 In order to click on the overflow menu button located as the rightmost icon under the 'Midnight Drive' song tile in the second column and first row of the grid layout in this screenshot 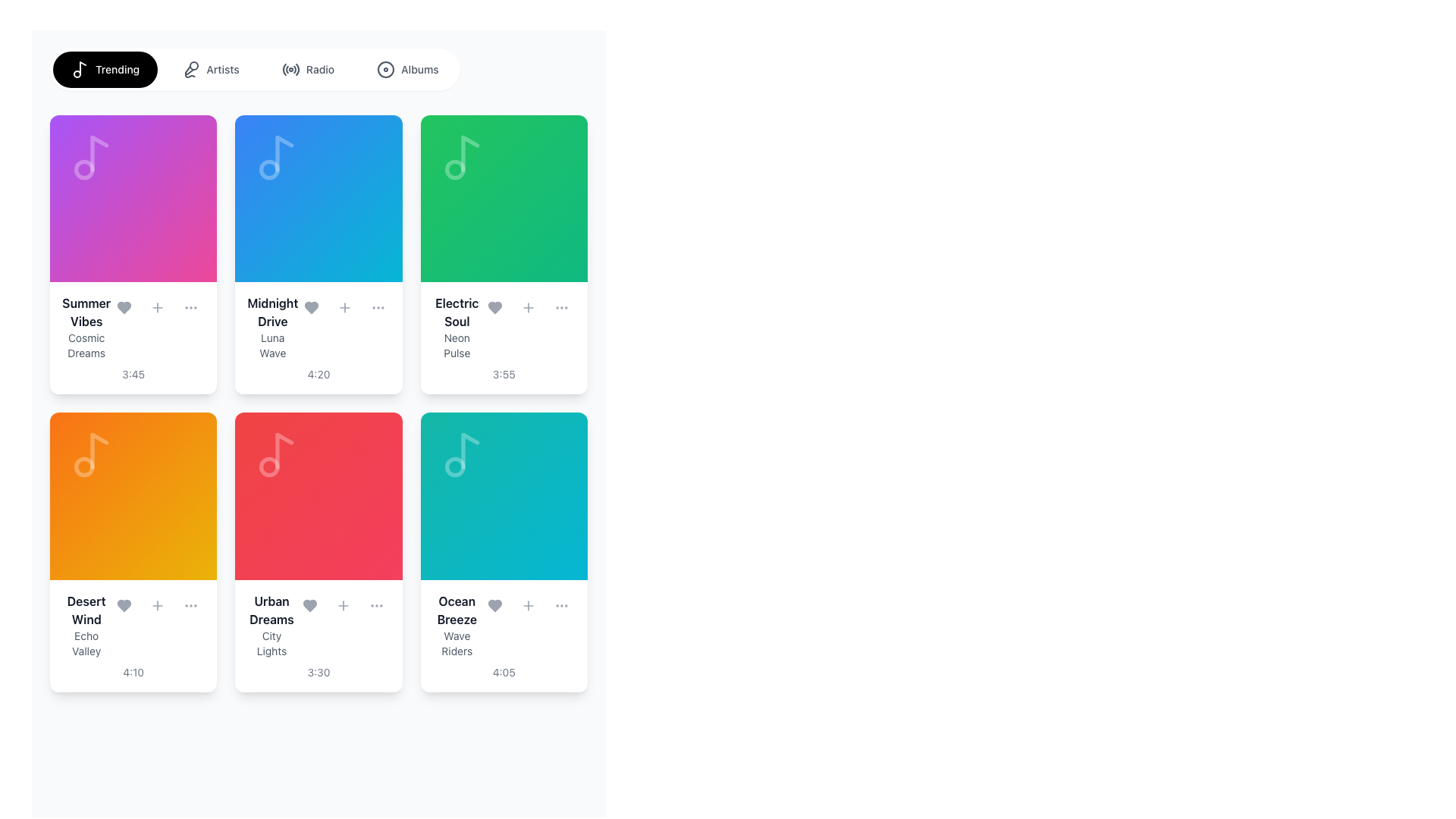, I will do `click(378, 307)`.